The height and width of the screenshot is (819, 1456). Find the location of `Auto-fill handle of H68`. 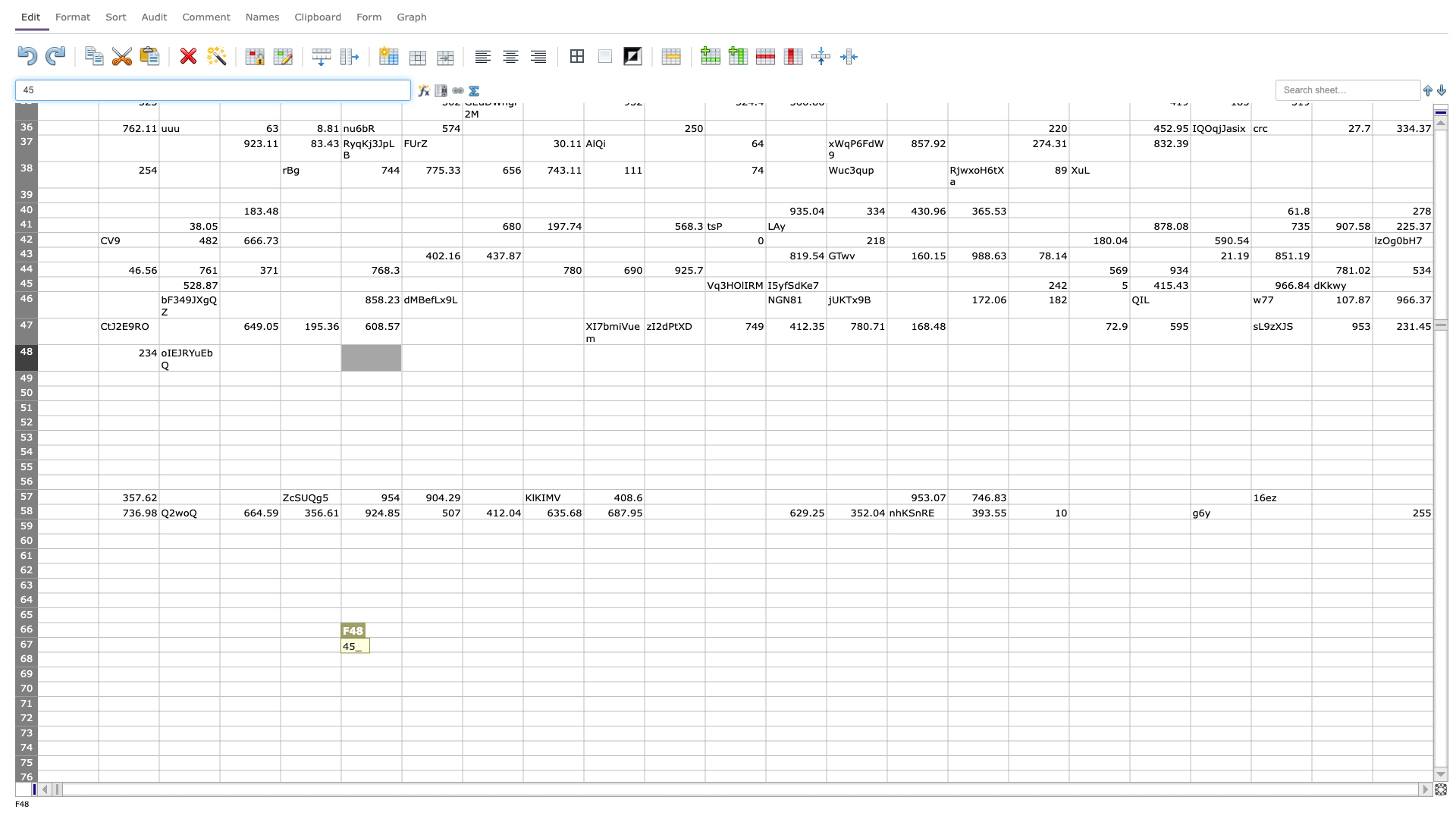

Auto-fill handle of H68 is located at coordinates (523, 666).